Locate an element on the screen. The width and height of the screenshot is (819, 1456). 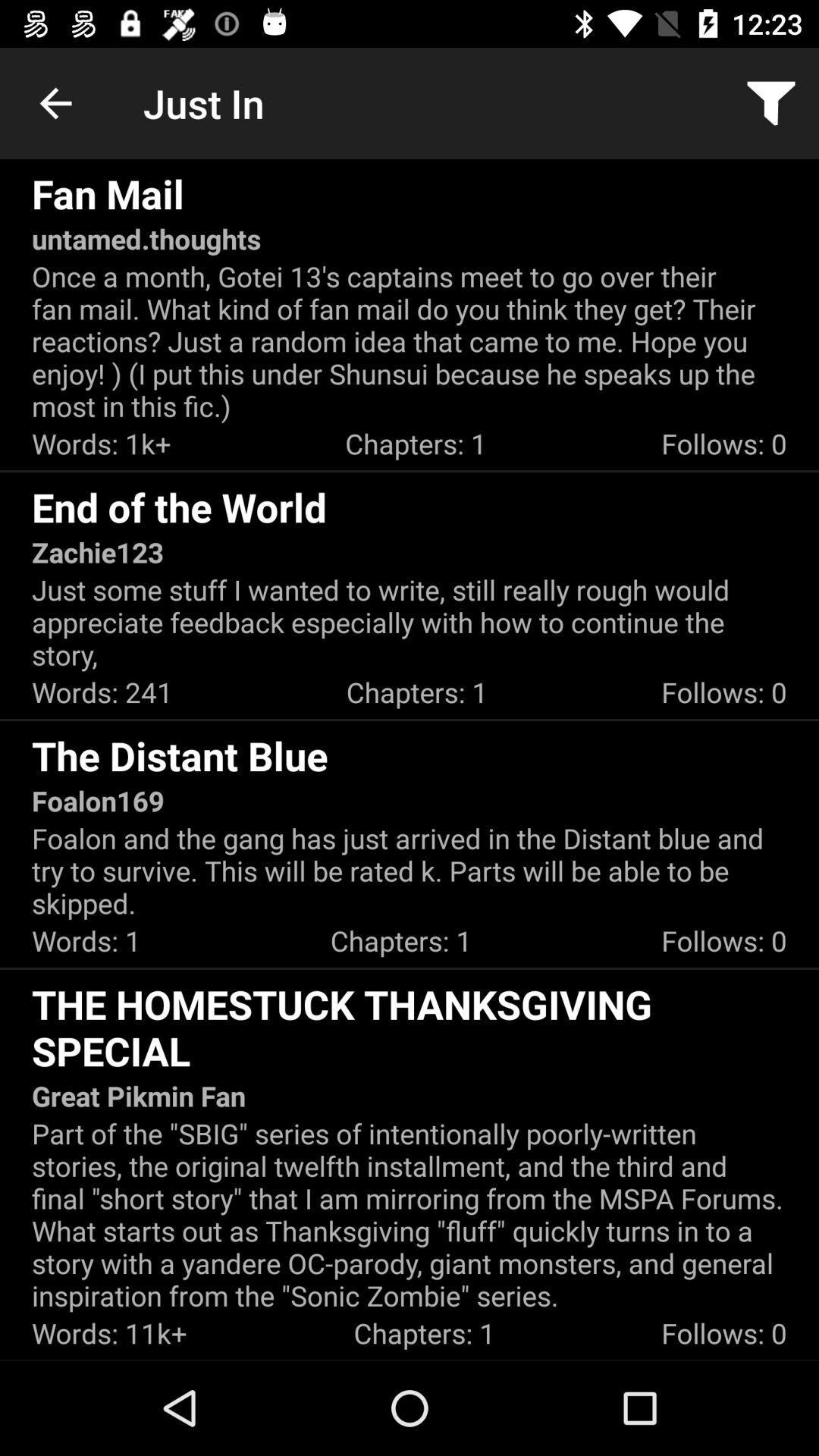
the app to the right of the just in is located at coordinates (771, 102).